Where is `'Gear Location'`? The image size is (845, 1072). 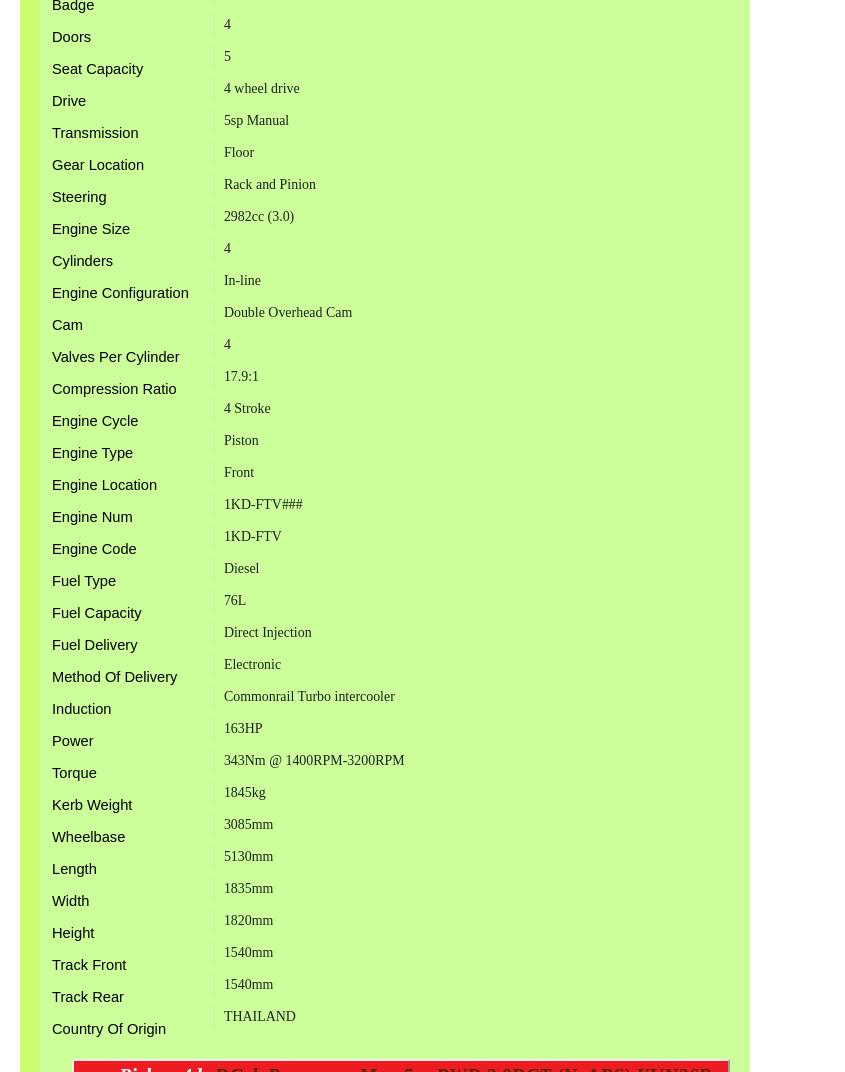
'Gear Location' is located at coordinates (98, 163).